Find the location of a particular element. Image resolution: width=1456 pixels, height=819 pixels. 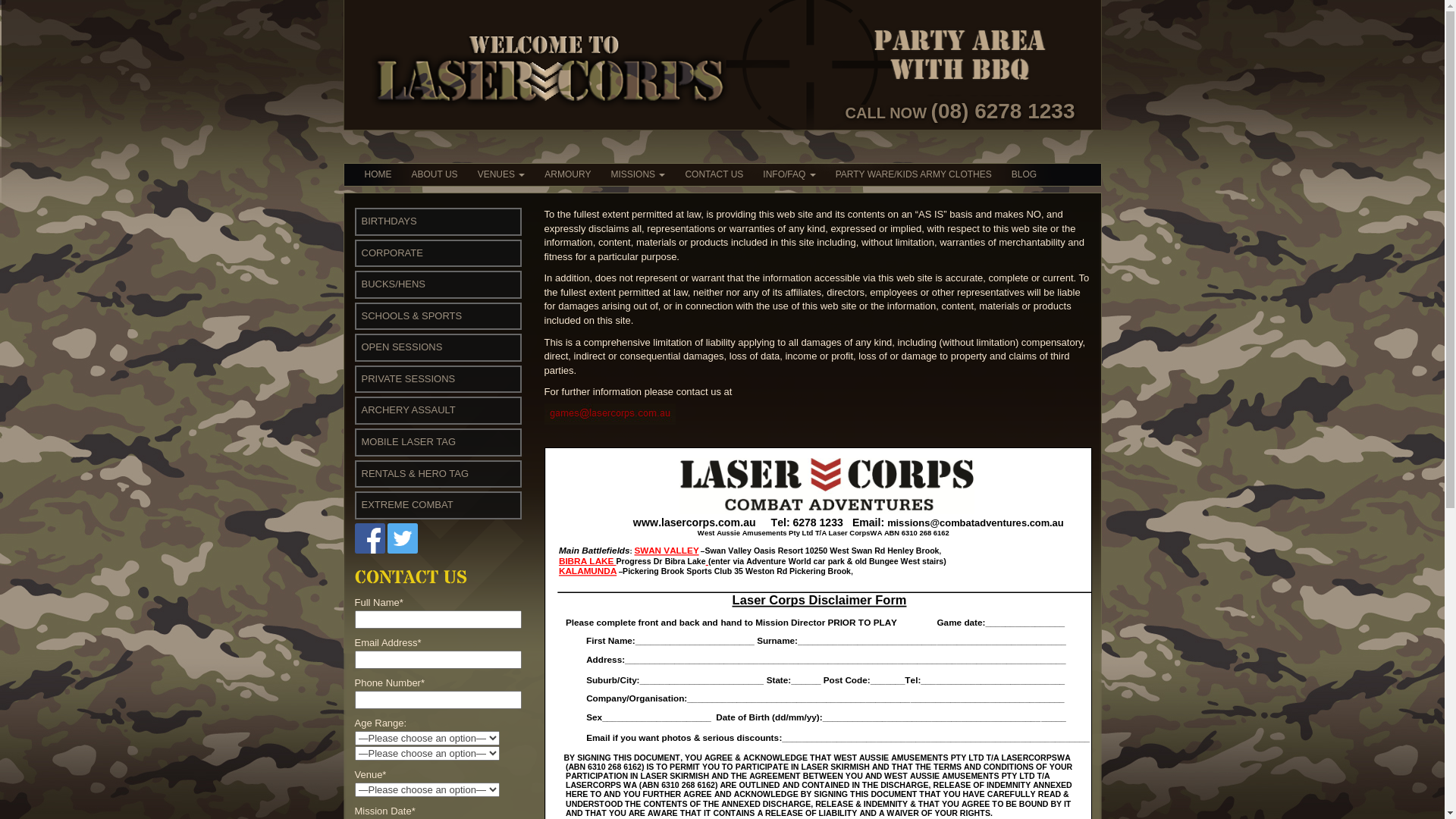

'BUCKS/HENS' is located at coordinates (359, 284).